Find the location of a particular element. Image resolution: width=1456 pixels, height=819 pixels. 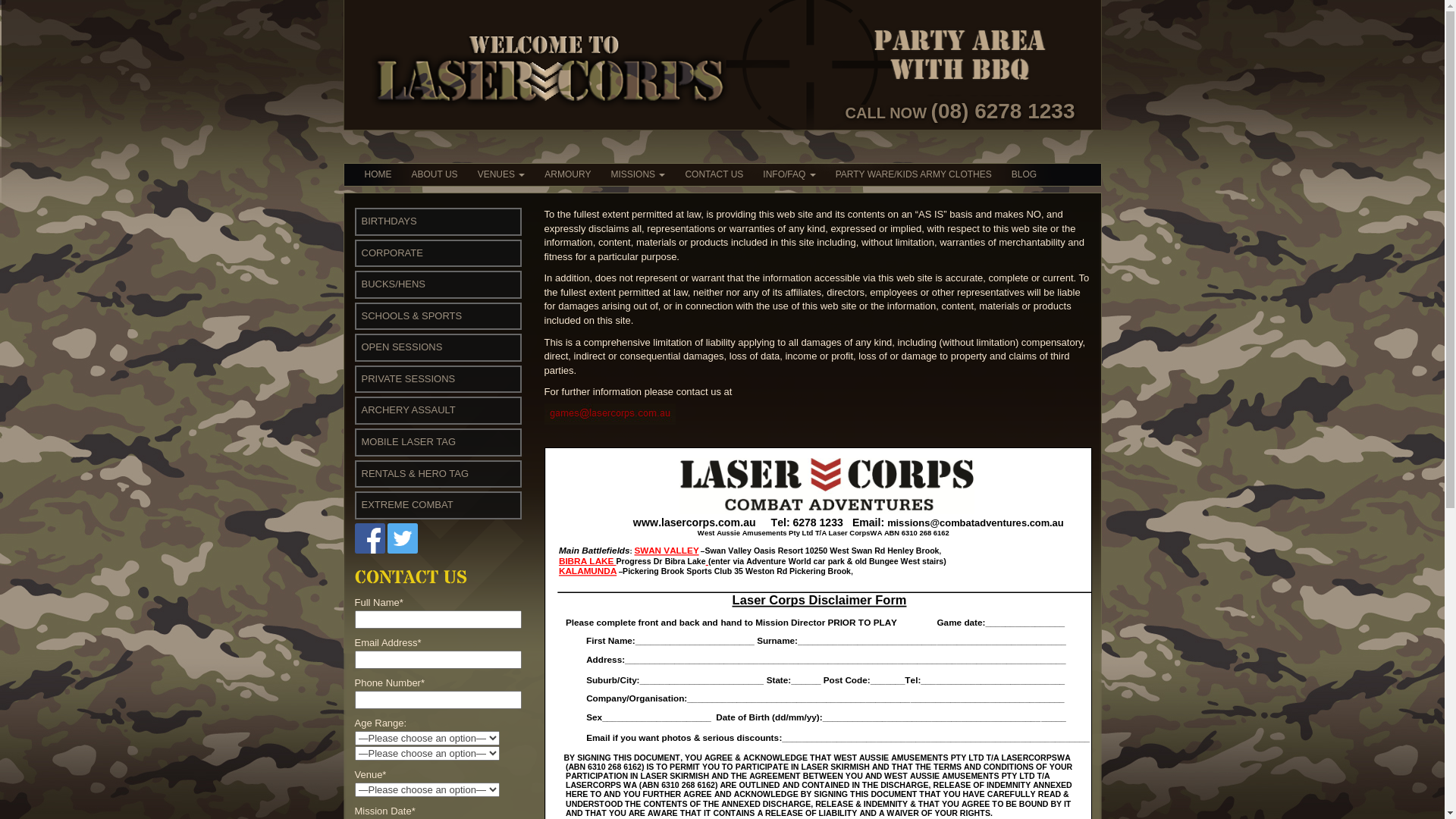

'BUCKS/HENS' is located at coordinates (359, 284).